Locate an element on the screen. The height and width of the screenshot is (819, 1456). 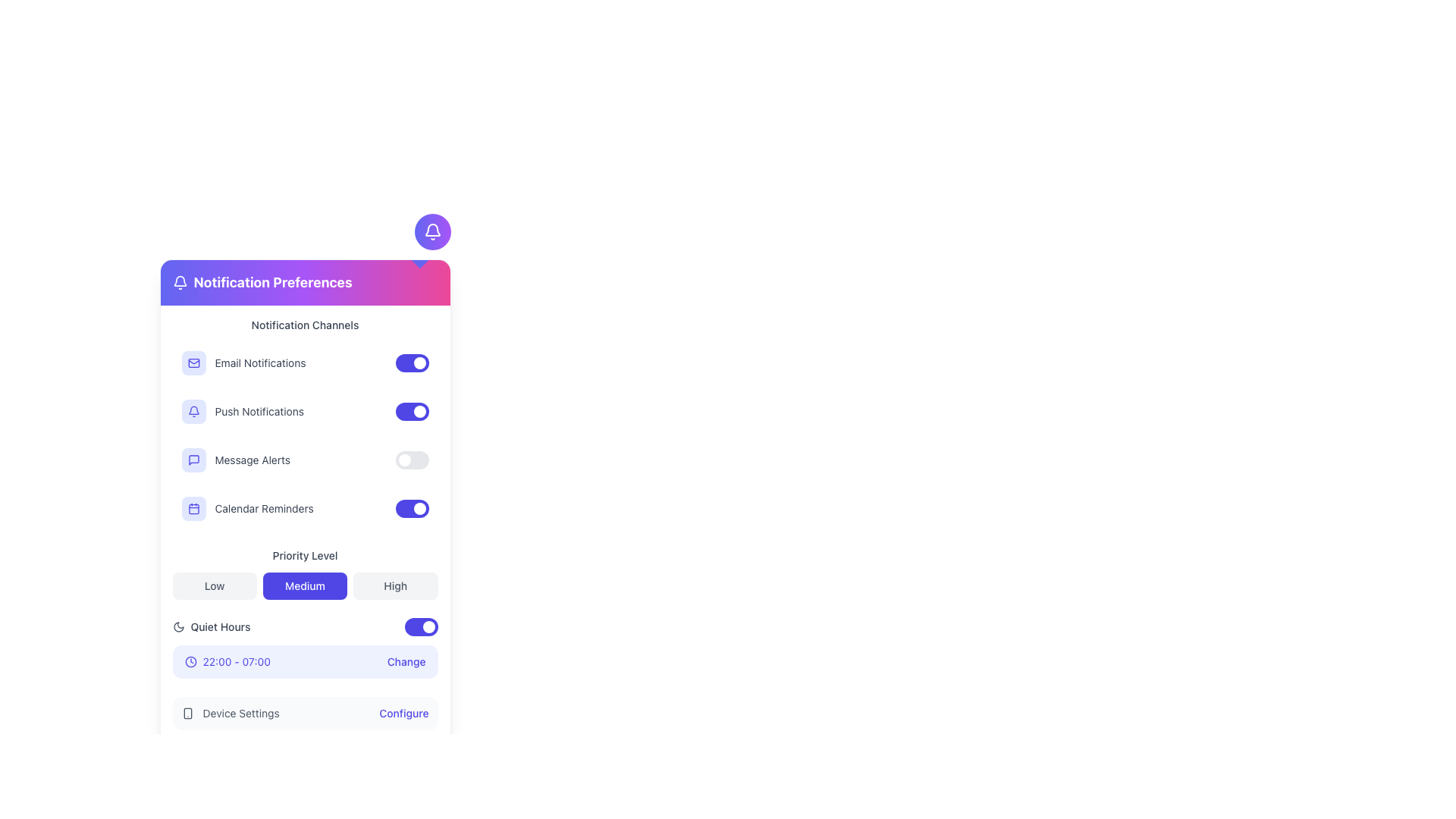
the Icon button with a light indigo background and a purple bell symbol, located above the 'Message Alerts' row and below the 'Email Notifications' row is located at coordinates (193, 412).